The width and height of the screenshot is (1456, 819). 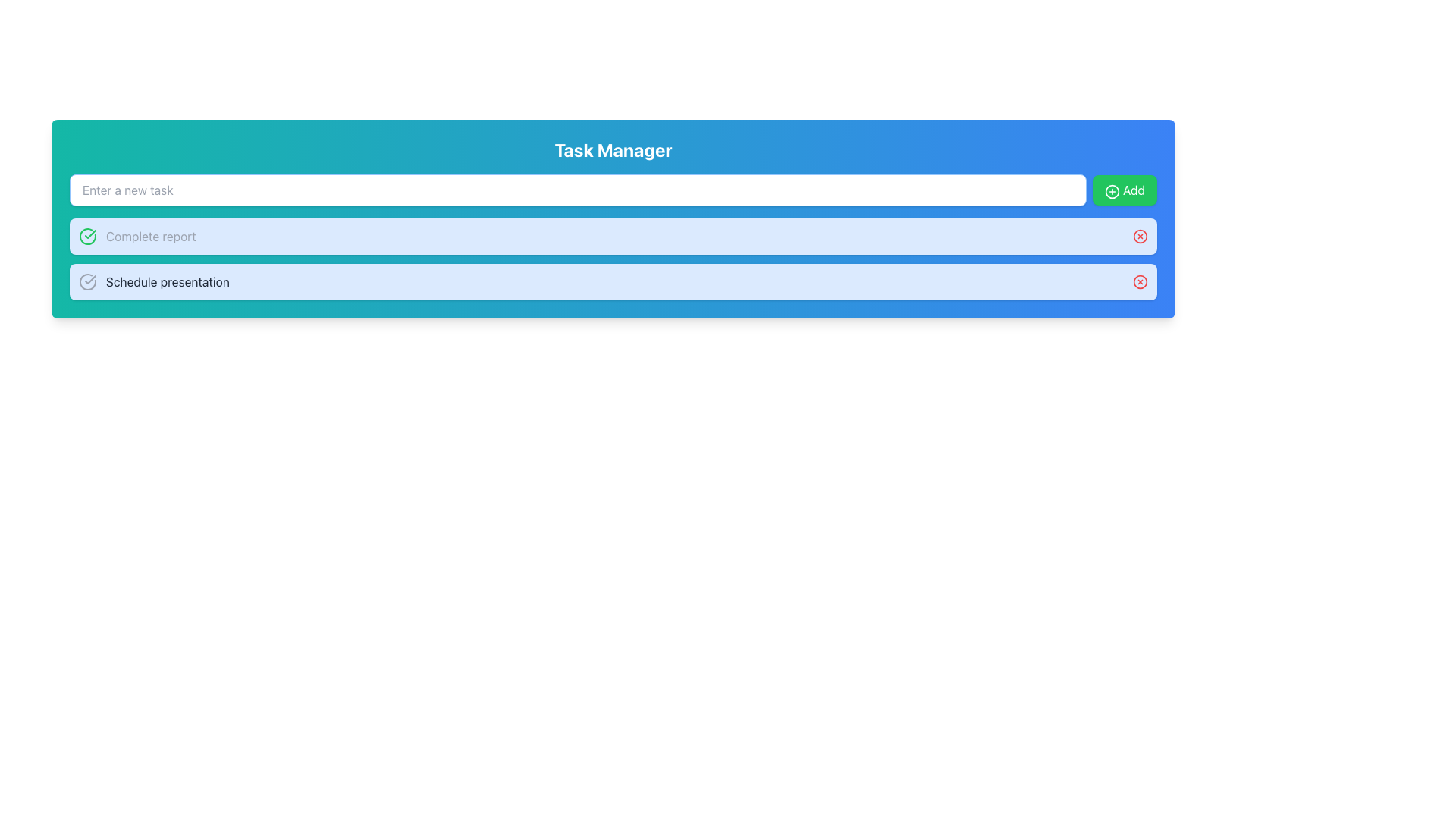 I want to click on the 'Task Manager' static text element, which is a bold and large white font label against a teal to blue gradient background, located above the task entry input field, so click(x=613, y=149).